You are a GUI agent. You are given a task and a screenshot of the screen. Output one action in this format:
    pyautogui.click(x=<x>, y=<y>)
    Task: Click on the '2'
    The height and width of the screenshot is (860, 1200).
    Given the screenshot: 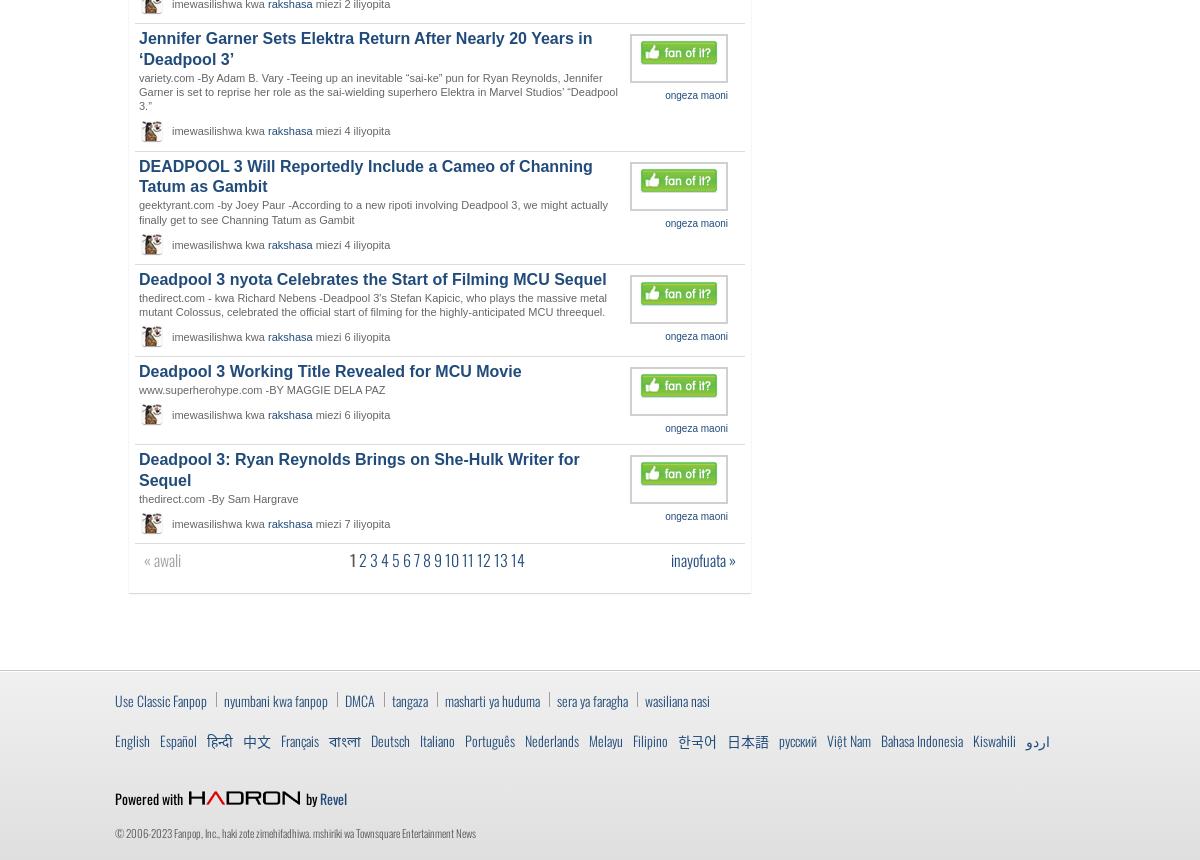 What is the action you would take?
    pyautogui.click(x=363, y=560)
    